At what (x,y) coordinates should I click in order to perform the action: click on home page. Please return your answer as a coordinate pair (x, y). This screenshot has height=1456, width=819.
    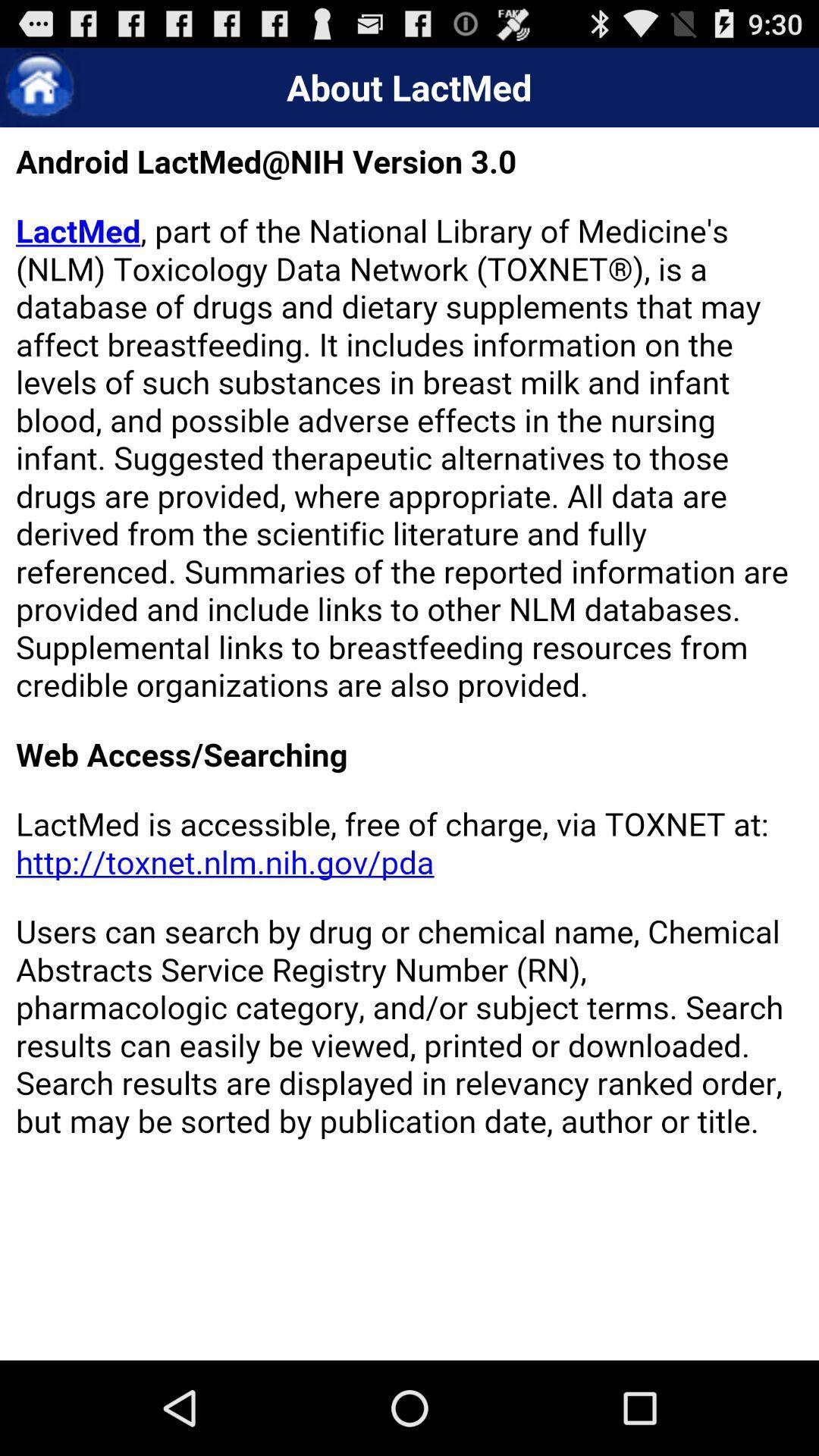
    Looking at the image, I should click on (39, 86).